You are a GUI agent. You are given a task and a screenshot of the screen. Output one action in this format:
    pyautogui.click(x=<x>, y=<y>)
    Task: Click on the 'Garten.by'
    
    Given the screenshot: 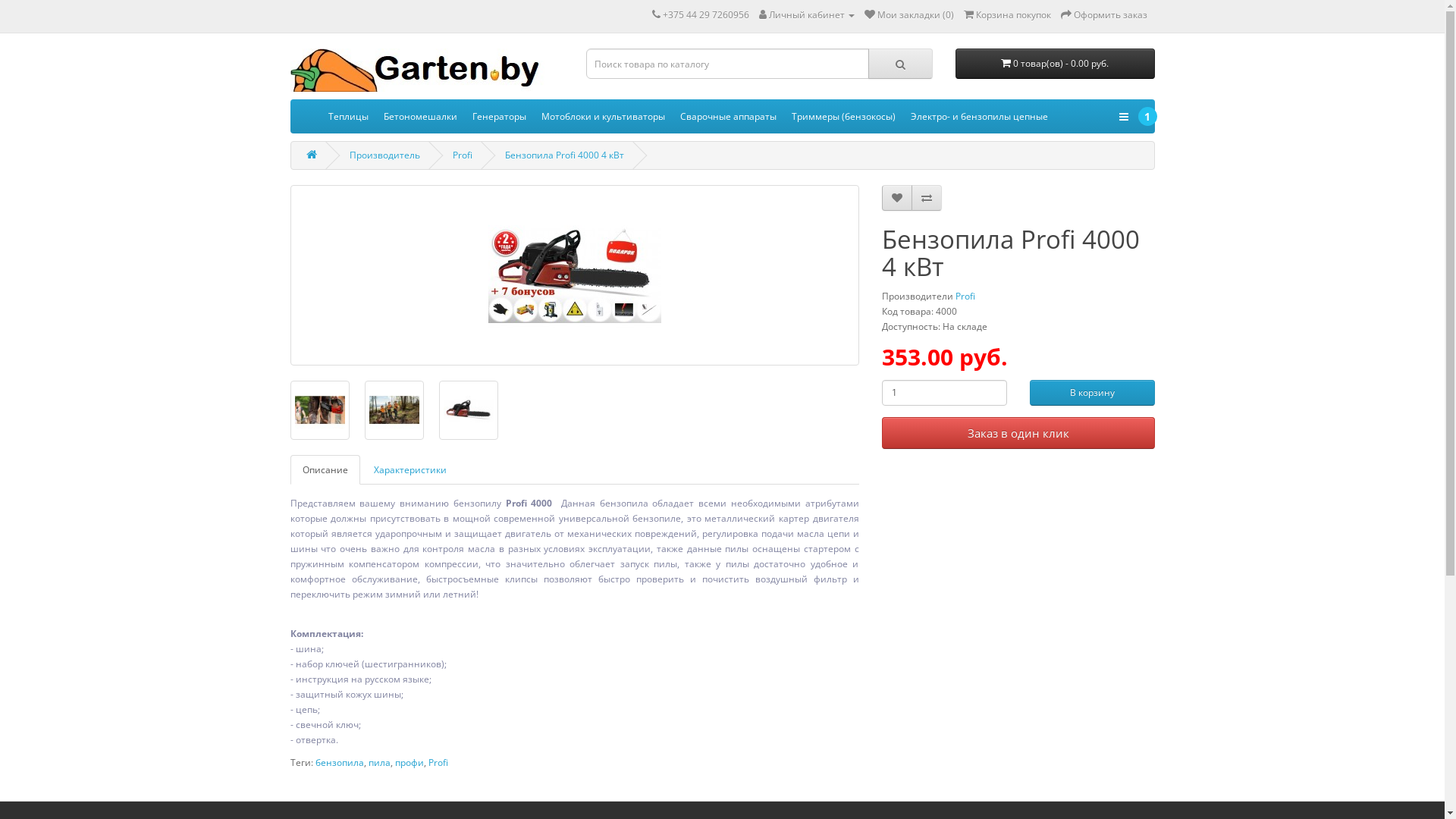 What is the action you would take?
    pyautogui.click(x=416, y=70)
    